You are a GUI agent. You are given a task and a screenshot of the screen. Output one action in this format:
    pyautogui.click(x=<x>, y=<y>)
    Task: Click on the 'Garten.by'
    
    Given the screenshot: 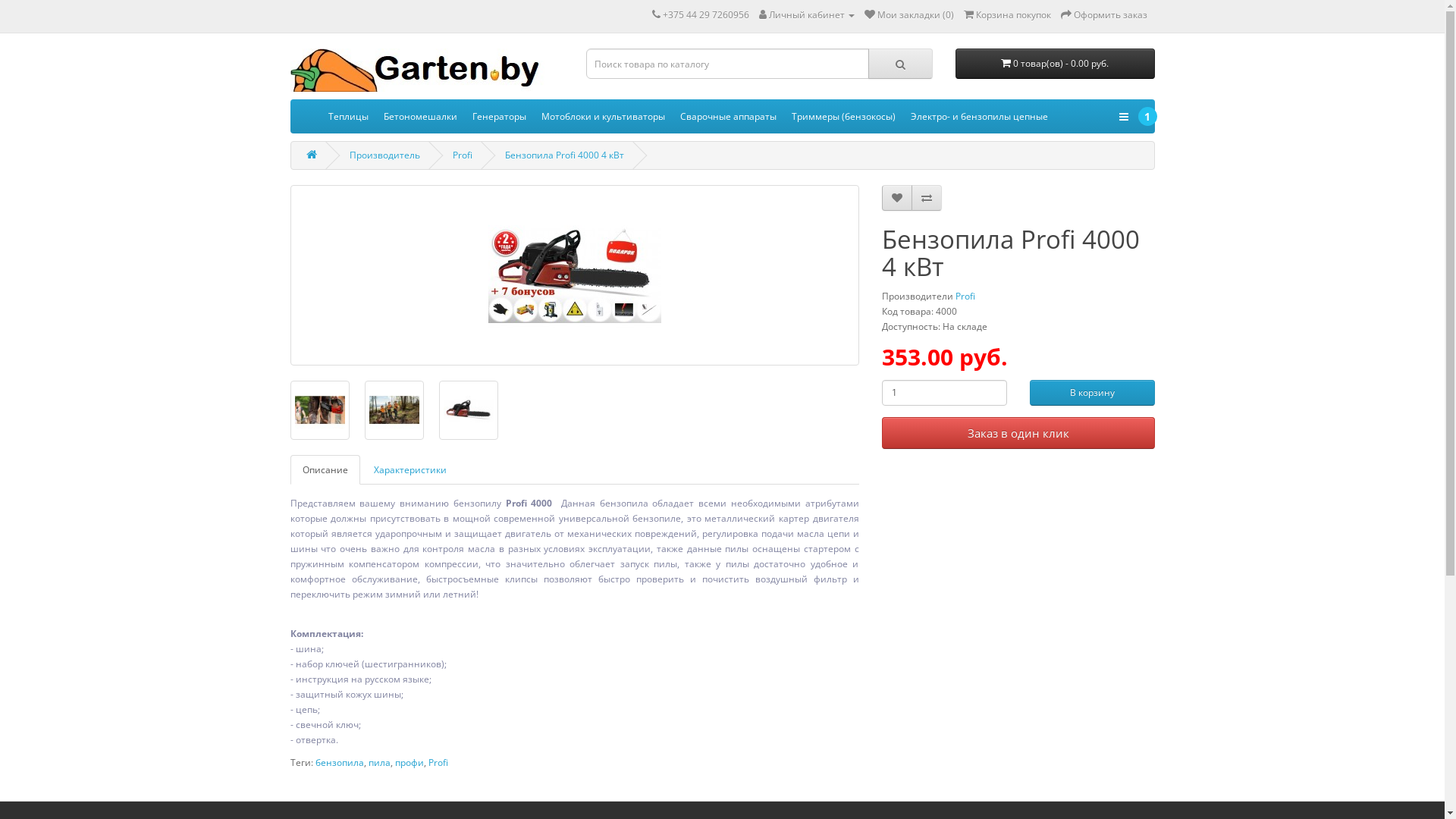 What is the action you would take?
    pyautogui.click(x=416, y=70)
    